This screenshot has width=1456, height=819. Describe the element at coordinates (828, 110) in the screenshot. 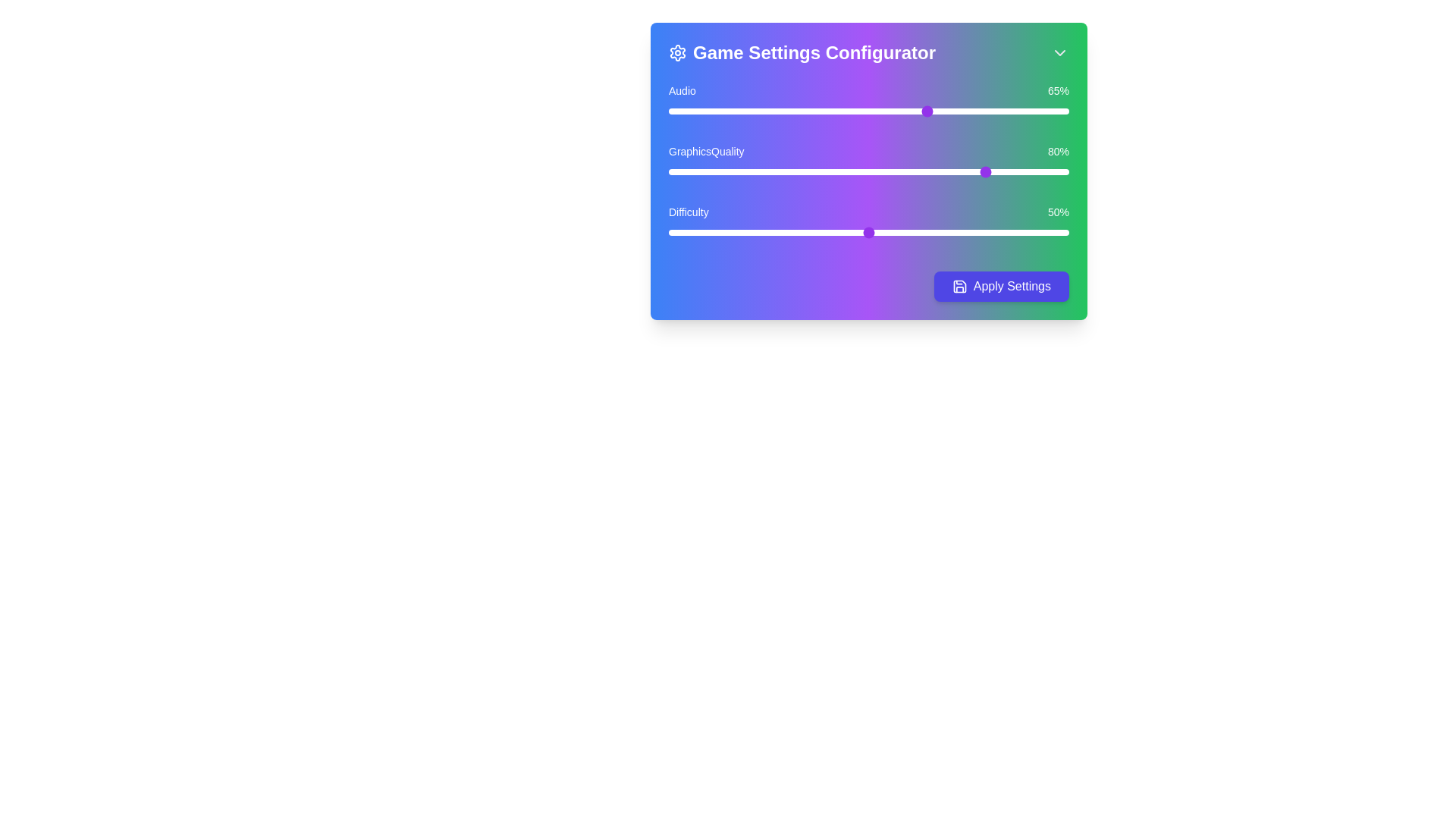

I see `the audio volume` at that location.